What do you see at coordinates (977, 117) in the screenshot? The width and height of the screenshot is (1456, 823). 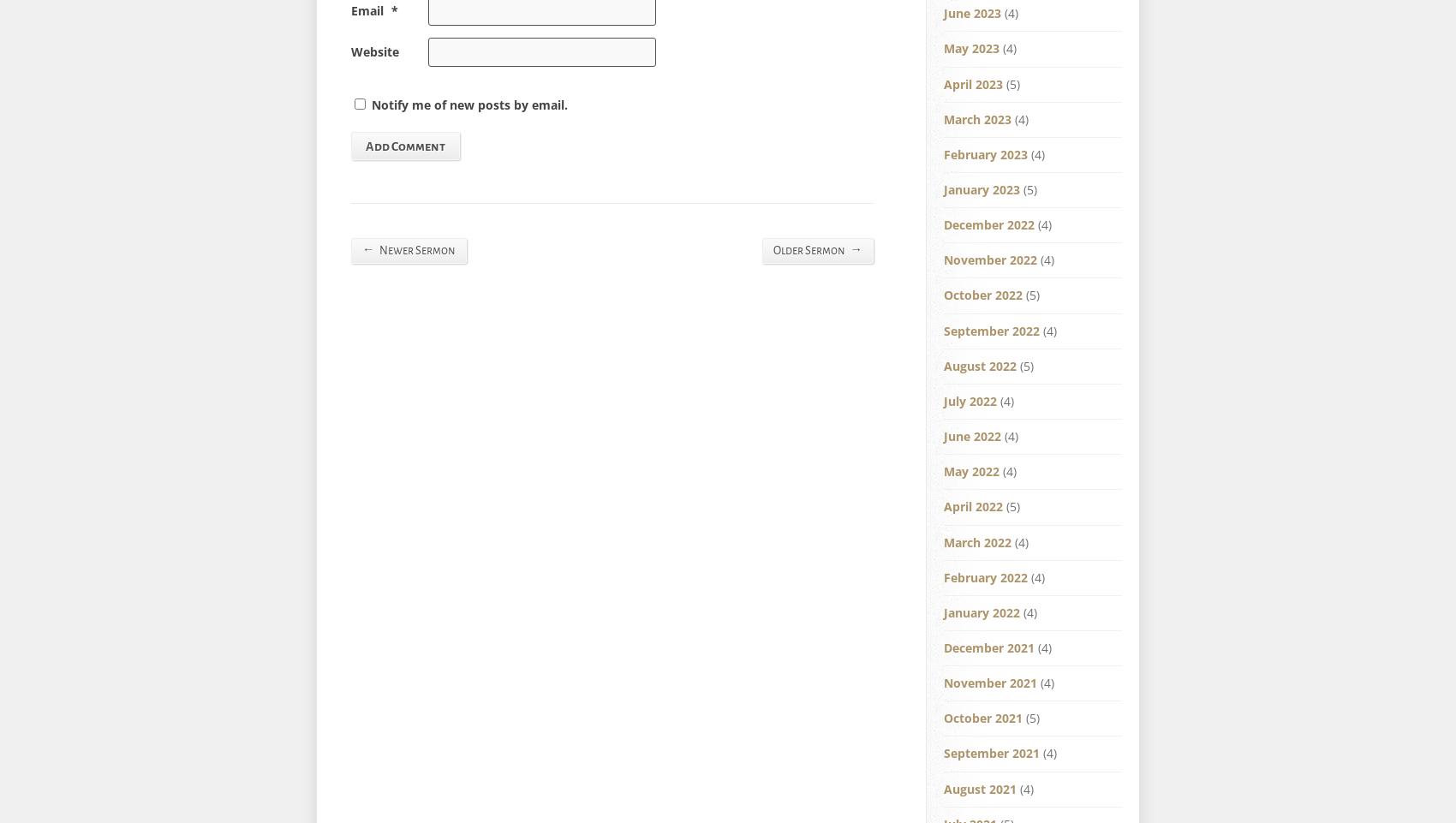 I see `'March 2023'` at bounding box center [977, 117].